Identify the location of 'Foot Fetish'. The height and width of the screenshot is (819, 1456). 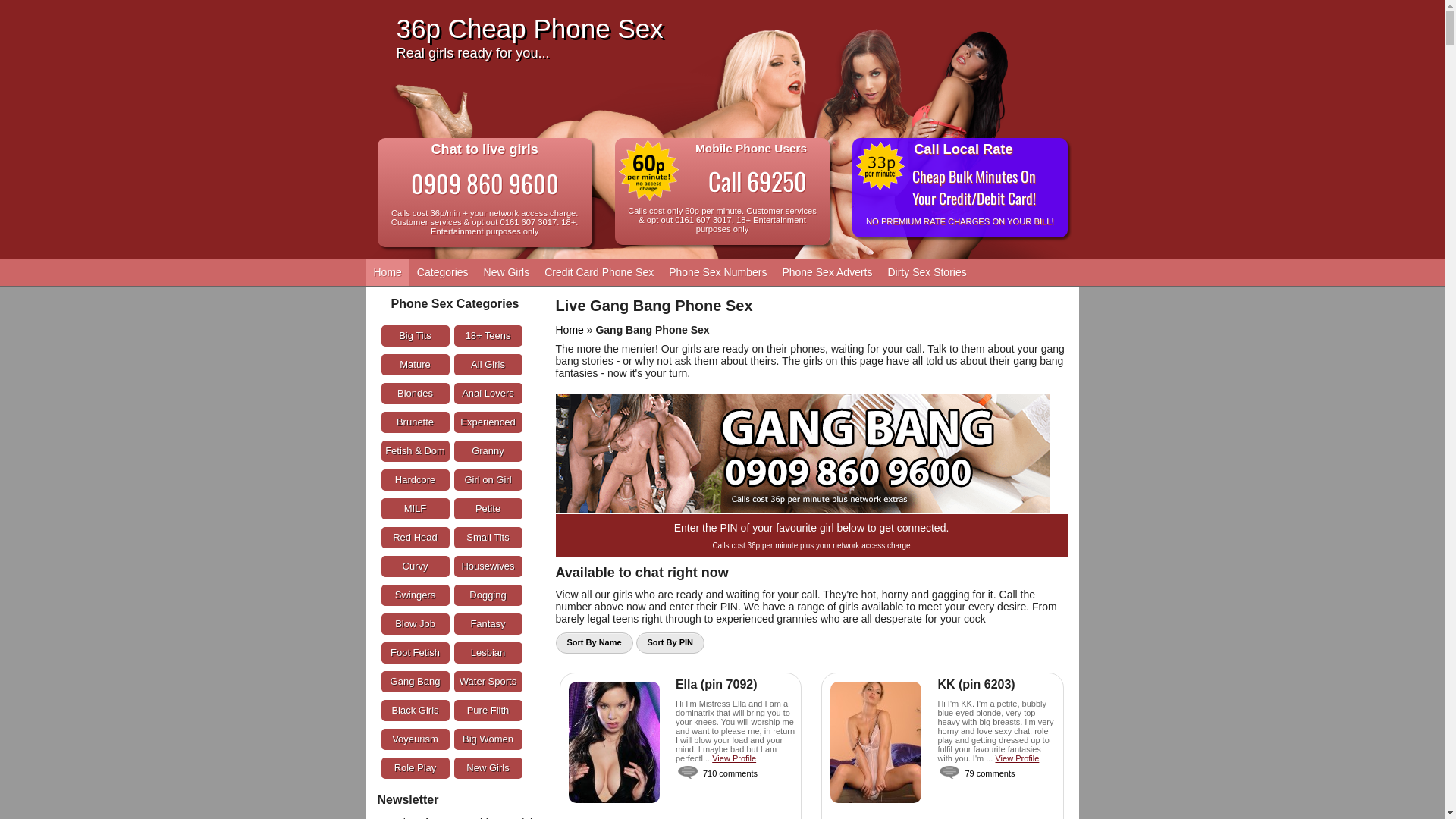
(381, 651).